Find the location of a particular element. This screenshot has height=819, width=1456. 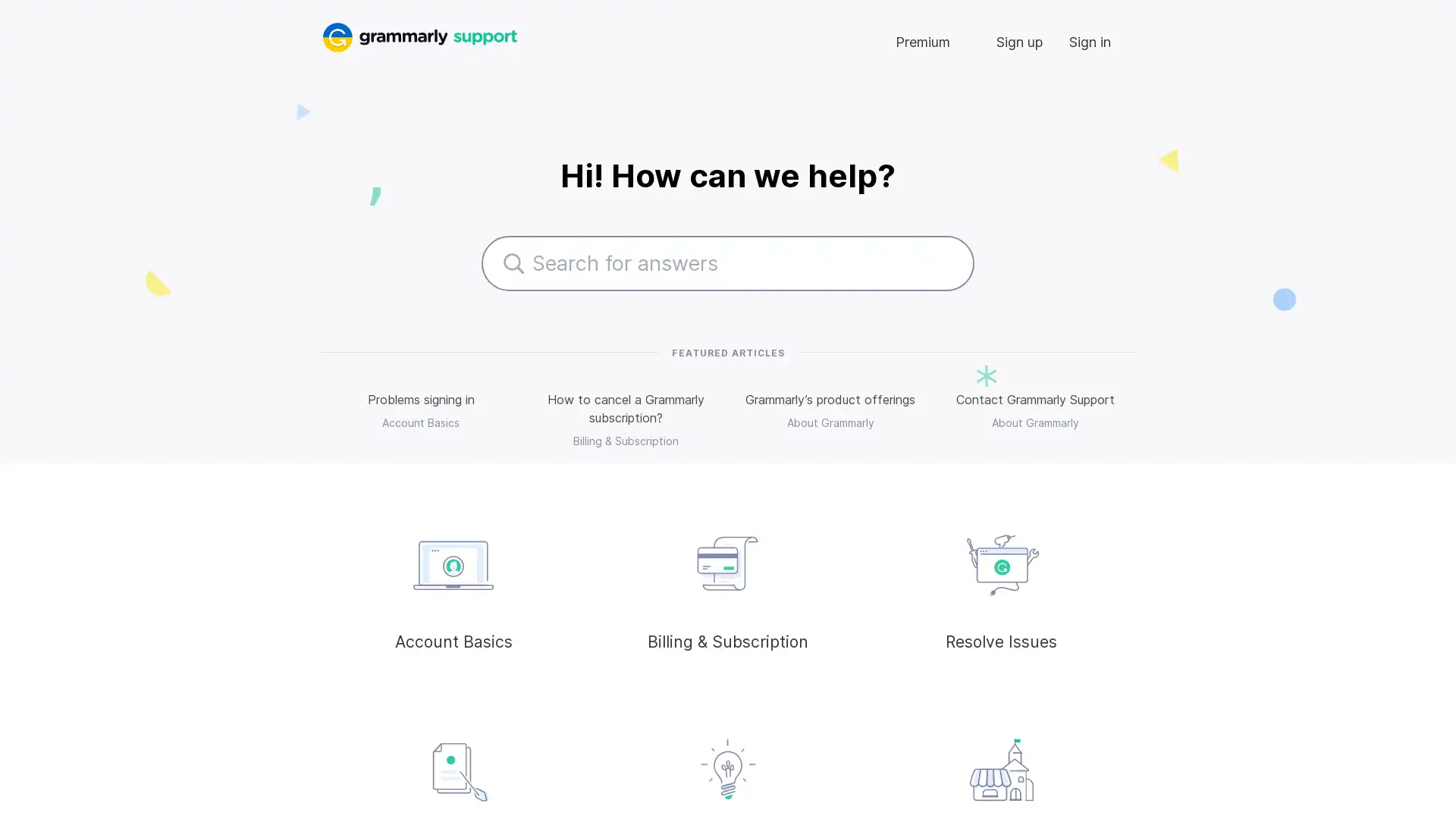

Sign in is located at coordinates (1089, 38).